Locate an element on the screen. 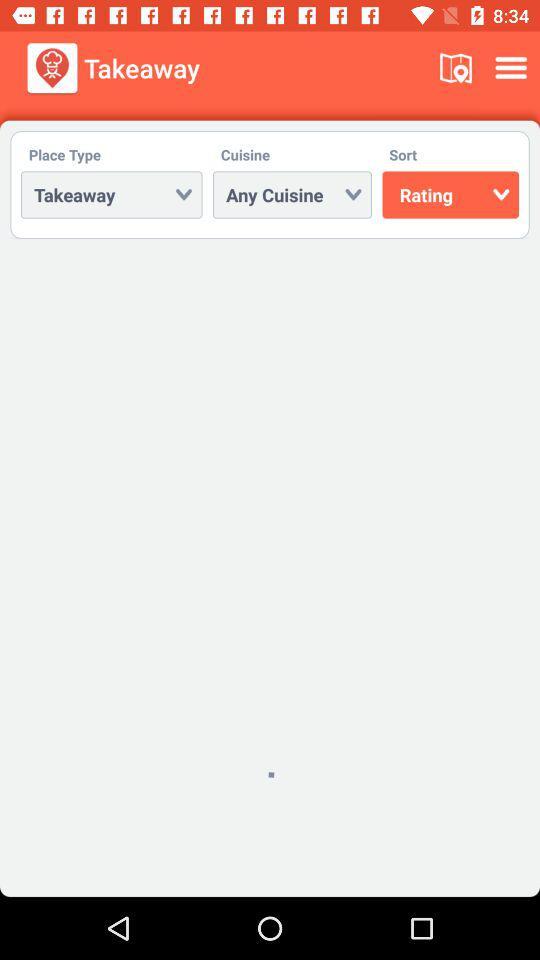 Image resolution: width=540 pixels, height=960 pixels. the drop down under cuisine is located at coordinates (291, 194).